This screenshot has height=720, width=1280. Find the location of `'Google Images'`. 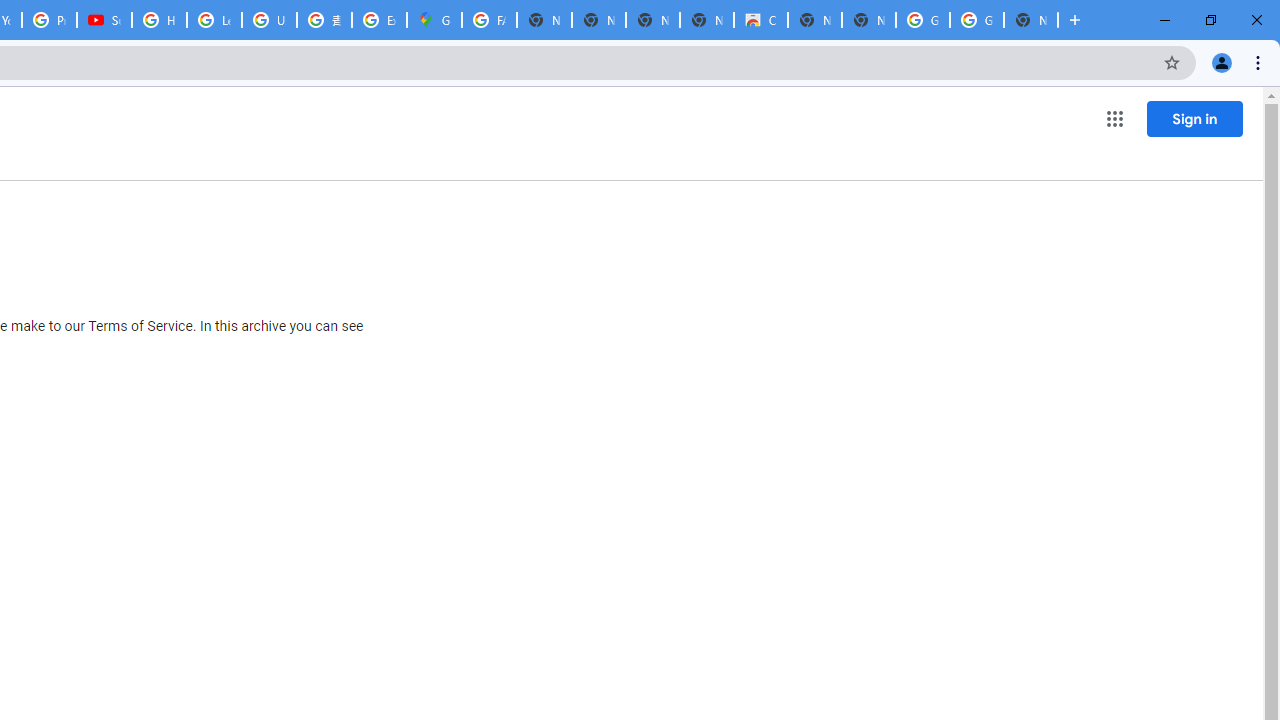

'Google Images' is located at coordinates (976, 20).